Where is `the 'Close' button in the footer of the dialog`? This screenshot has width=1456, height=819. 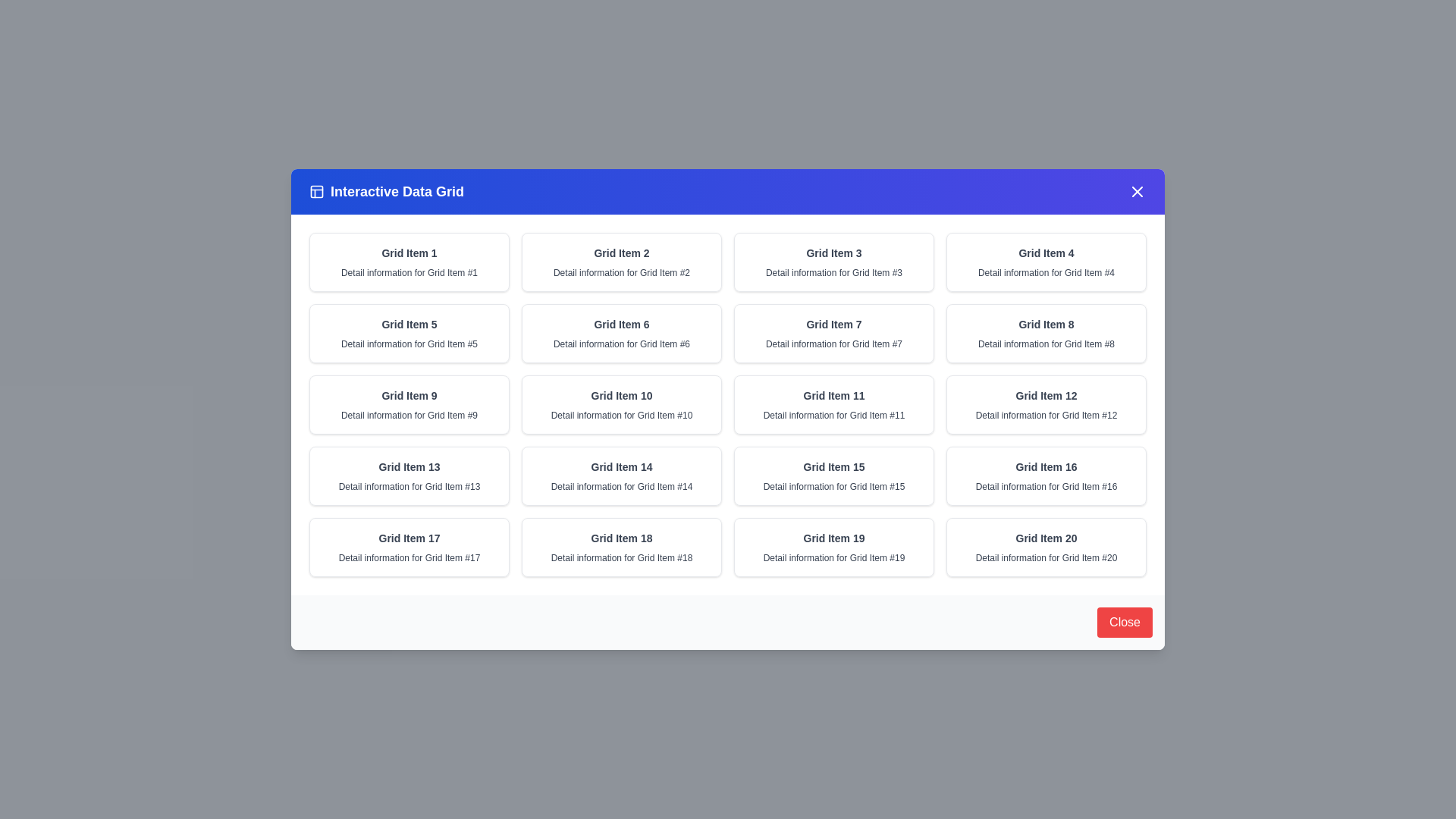
the 'Close' button in the footer of the dialog is located at coordinates (1125, 623).